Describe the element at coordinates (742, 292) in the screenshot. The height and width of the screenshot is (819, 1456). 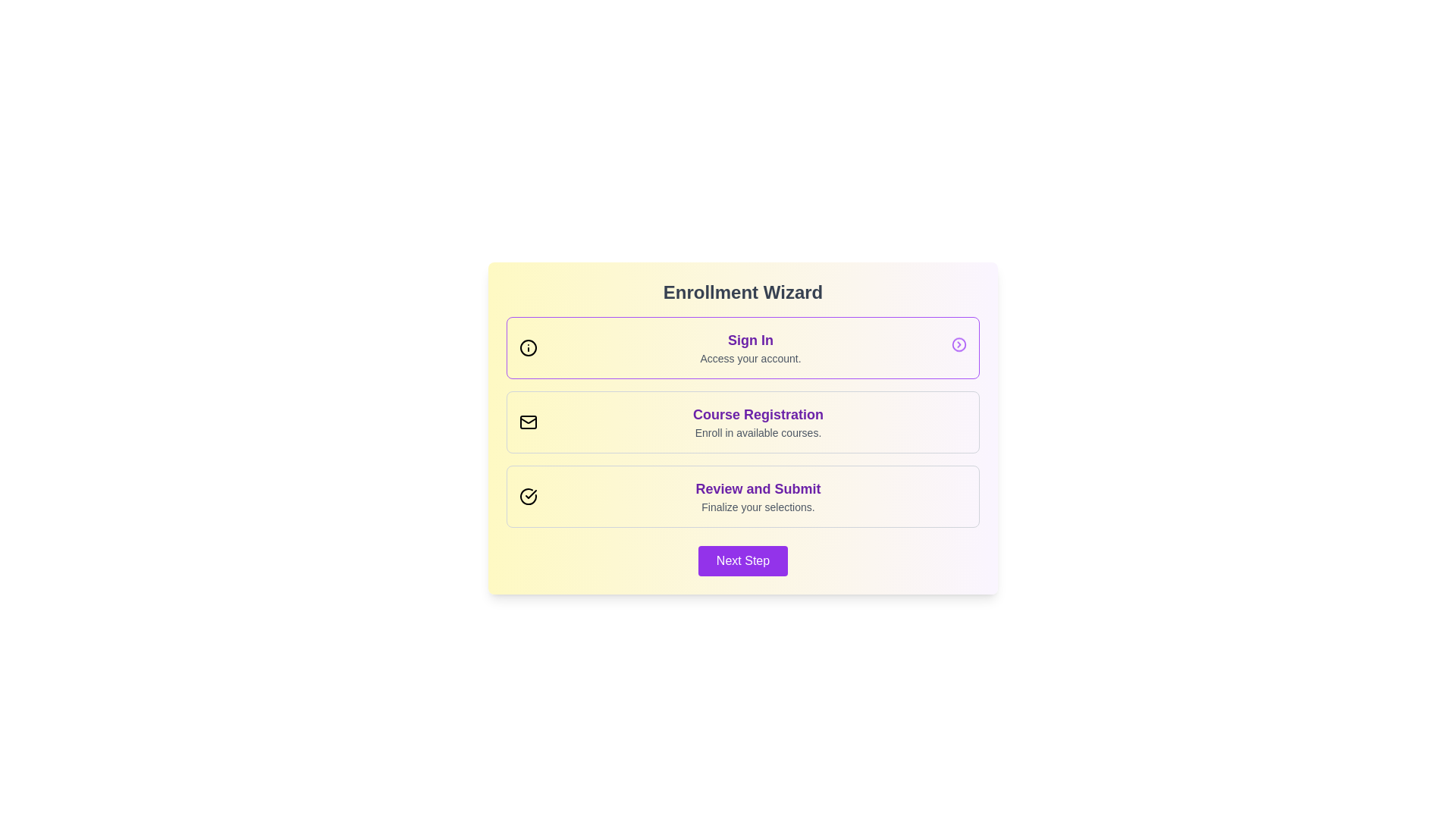
I see `header text element 'Enrollment Wizard' which is styled in bold, large sans-serif font, located near the top of the interface` at that location.